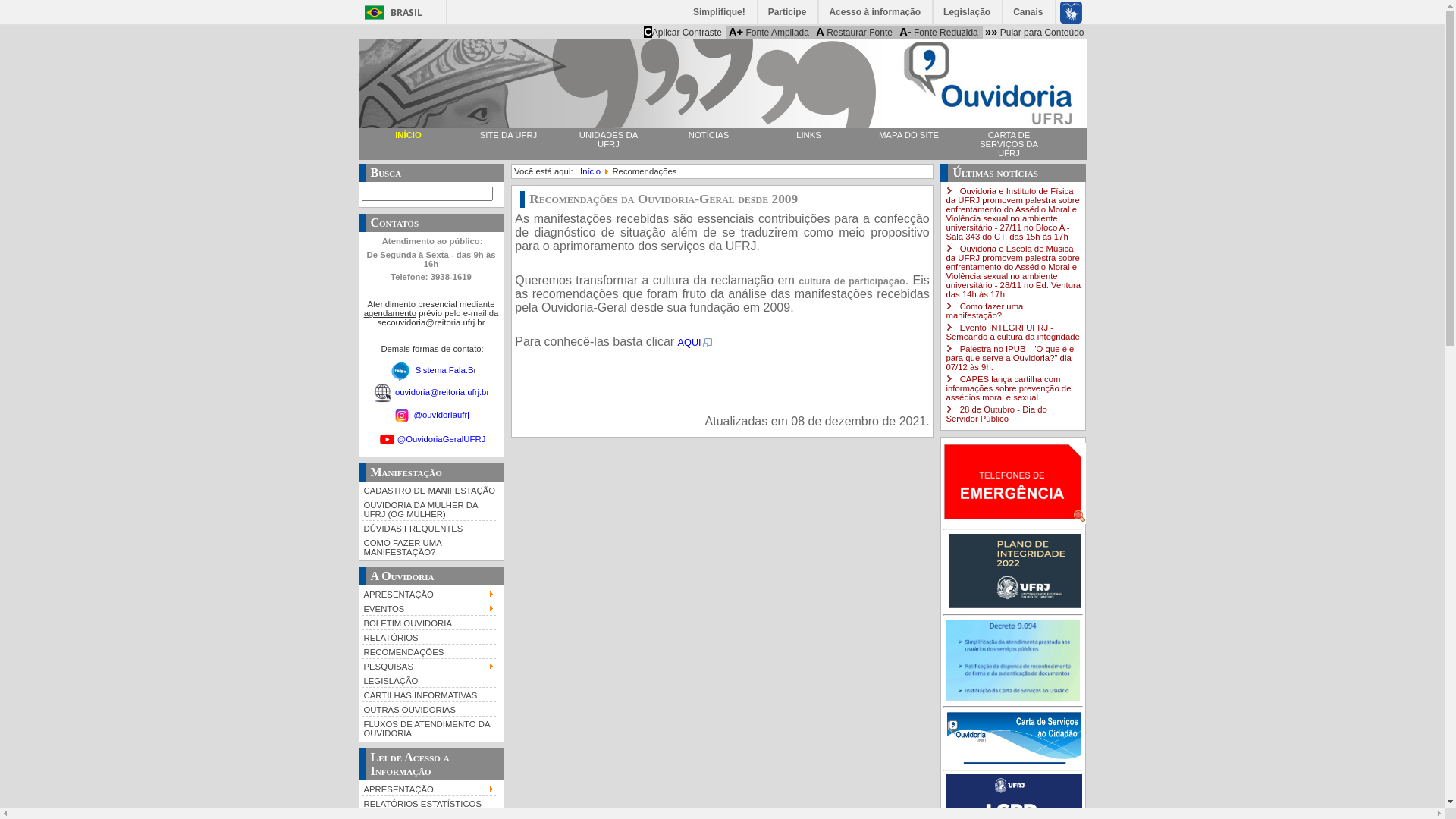  I want to click on 'A+ Fonte Ampliada', so click(768, 32).